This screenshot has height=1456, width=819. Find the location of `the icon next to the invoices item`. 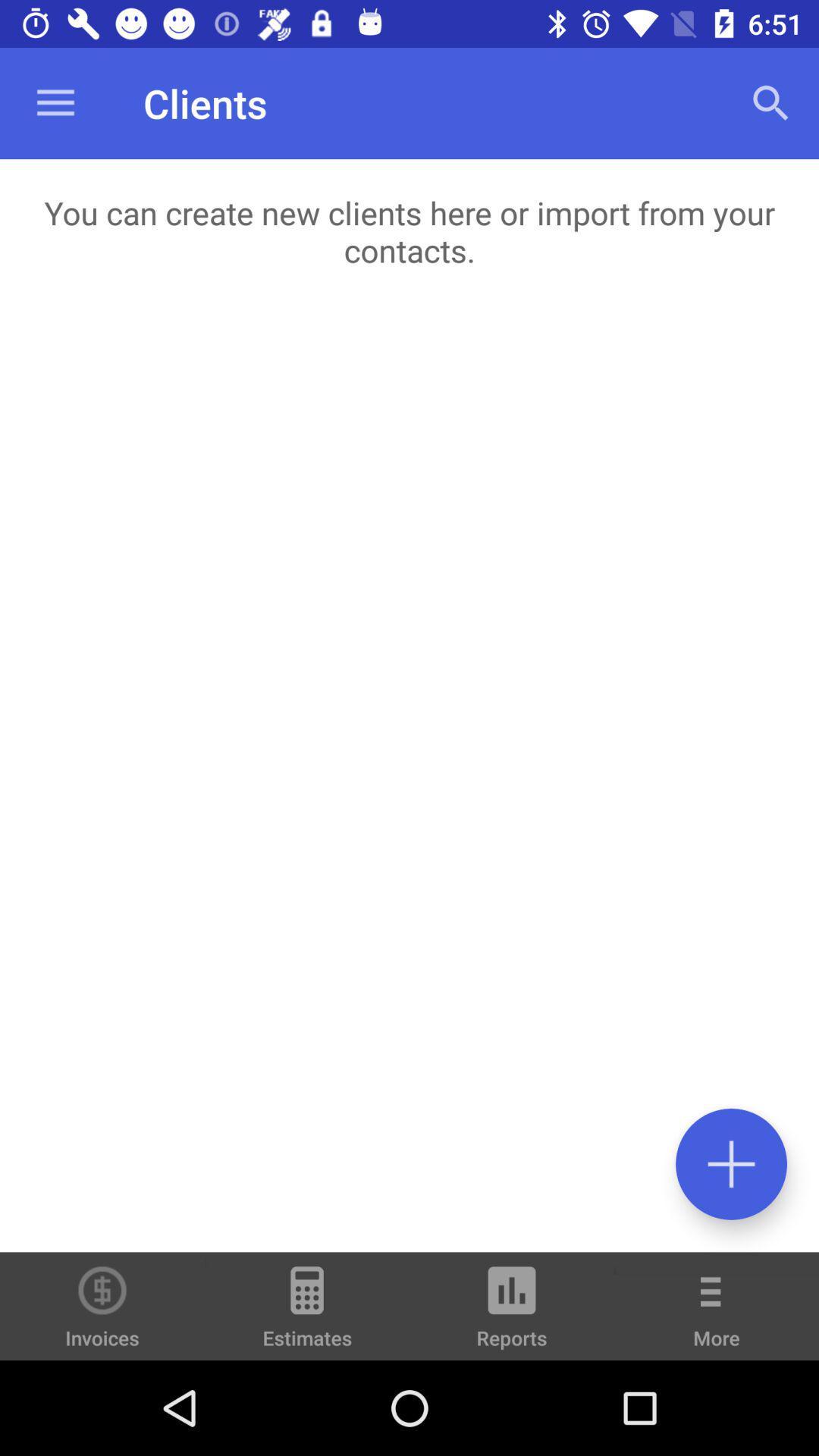

the icon next to the invoices item is located at coordinates (307, 1313).